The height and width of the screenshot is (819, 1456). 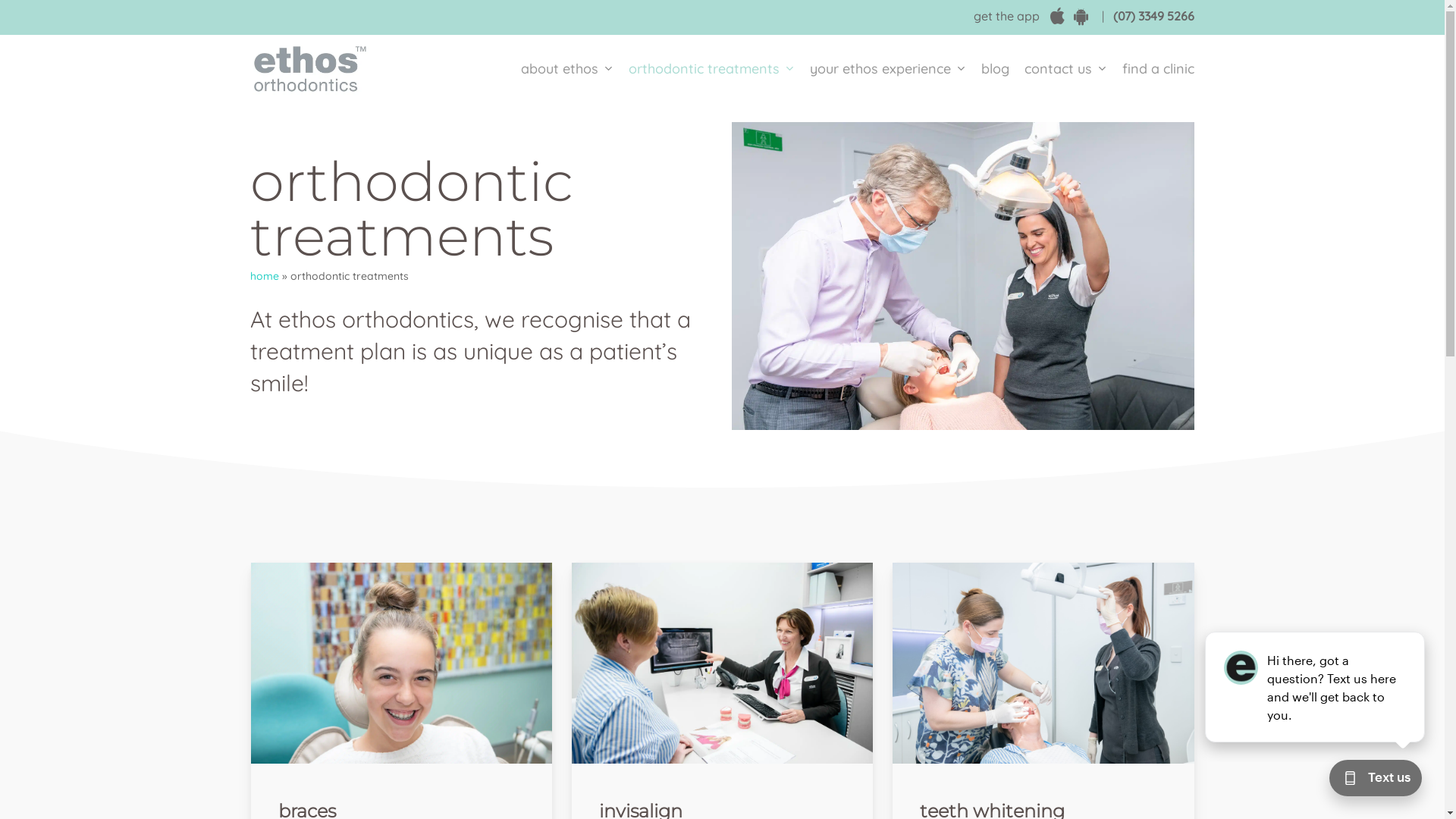 What do you see at coordinates (1065, 69) in the screenshot?
I see `'contact us'` at bounding box center [1065, 69].